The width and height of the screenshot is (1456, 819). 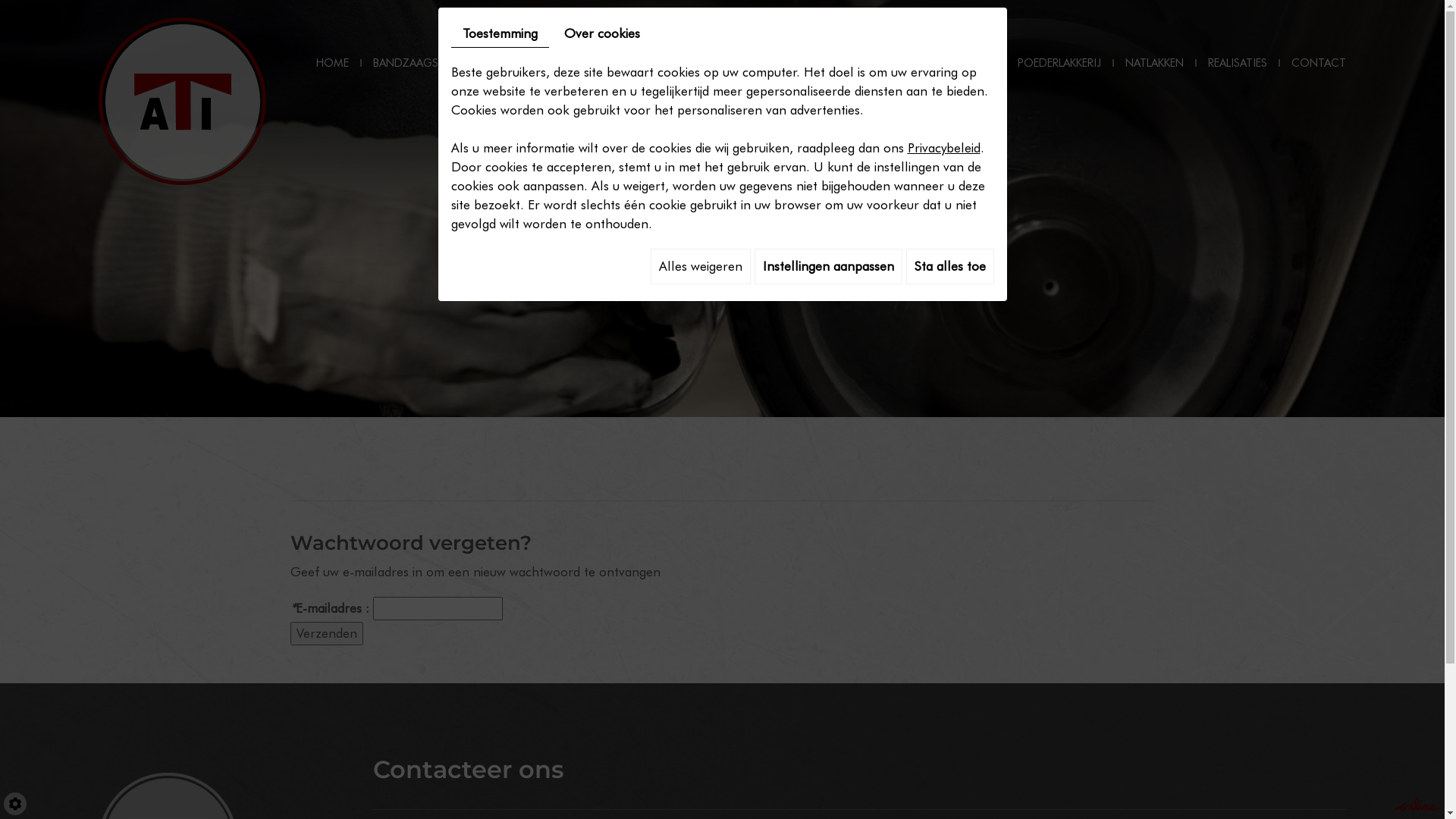 What do you see at coordinates (600, 33) in the screenshot?
I see `'Over cookies'` at bounding box center [600, 33].